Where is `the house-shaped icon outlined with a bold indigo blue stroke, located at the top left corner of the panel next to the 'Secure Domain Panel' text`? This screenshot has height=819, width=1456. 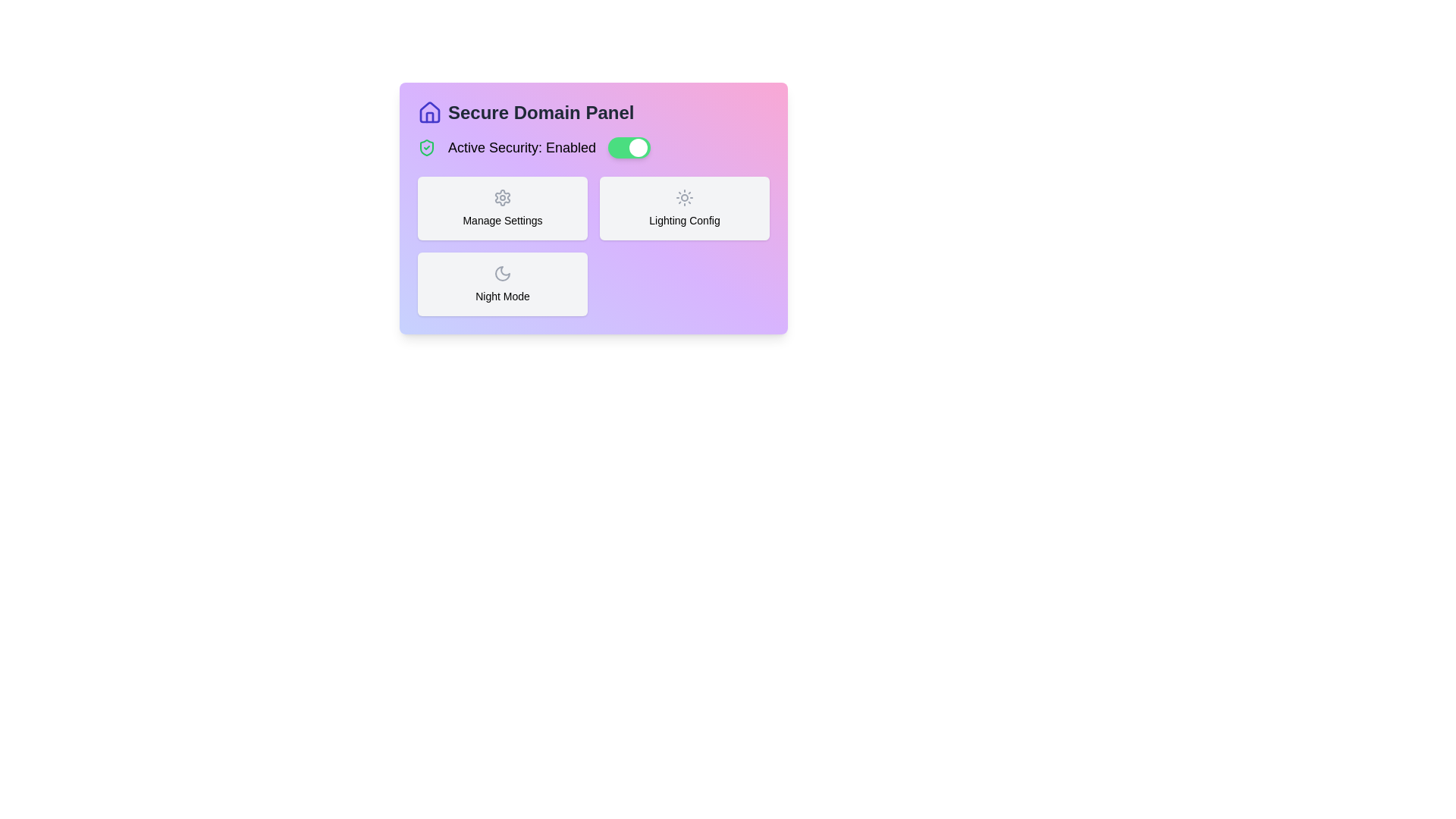 the house-shaped icon outlined with a bold indigo blue stroke, located at the top left corner of the panel next to the 'Secure Domain Panel' text is located at coordinates (428, 112).